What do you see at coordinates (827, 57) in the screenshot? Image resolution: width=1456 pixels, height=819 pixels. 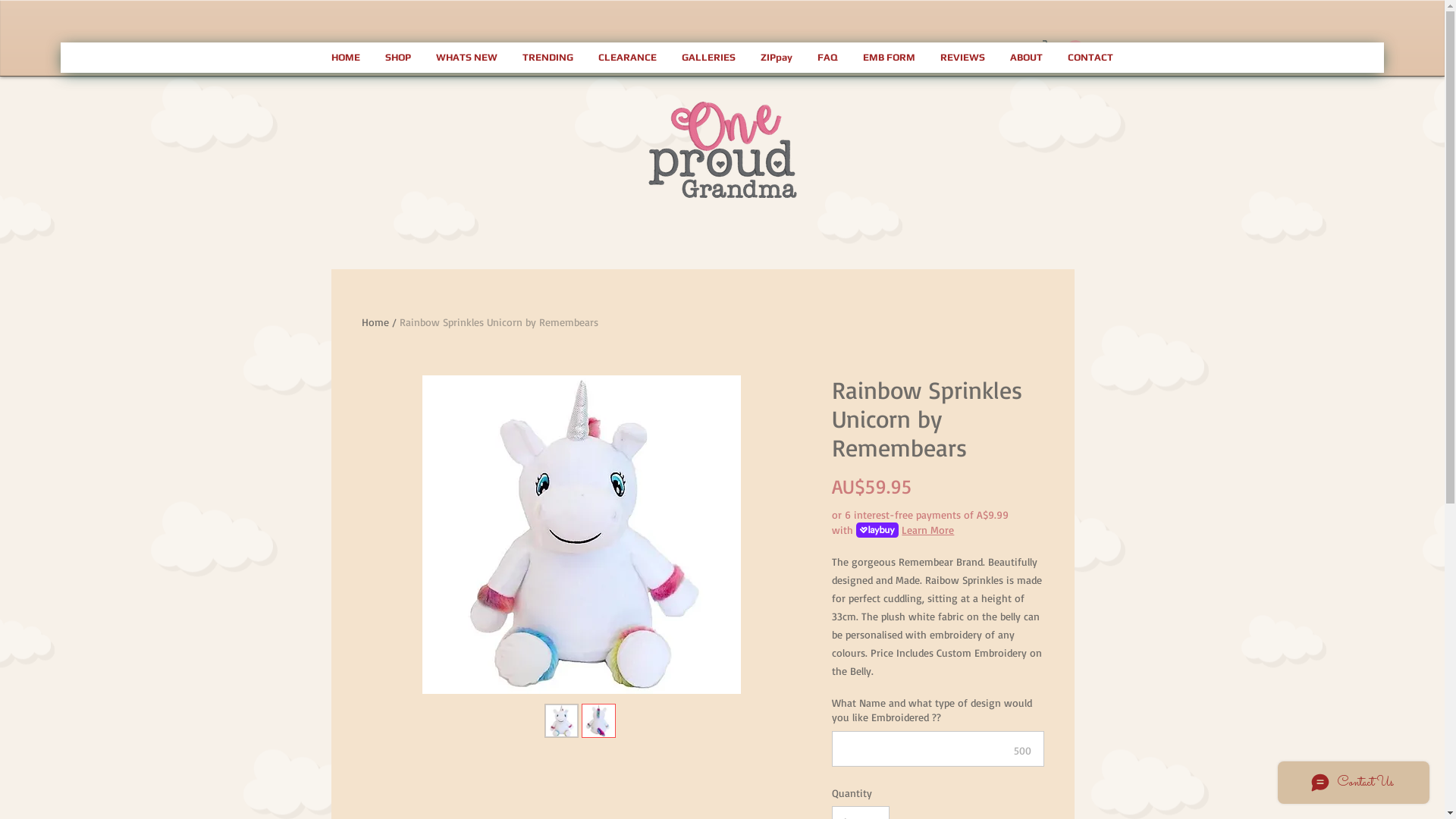 I see `'FAQ'` at bounding box center [827, 57].